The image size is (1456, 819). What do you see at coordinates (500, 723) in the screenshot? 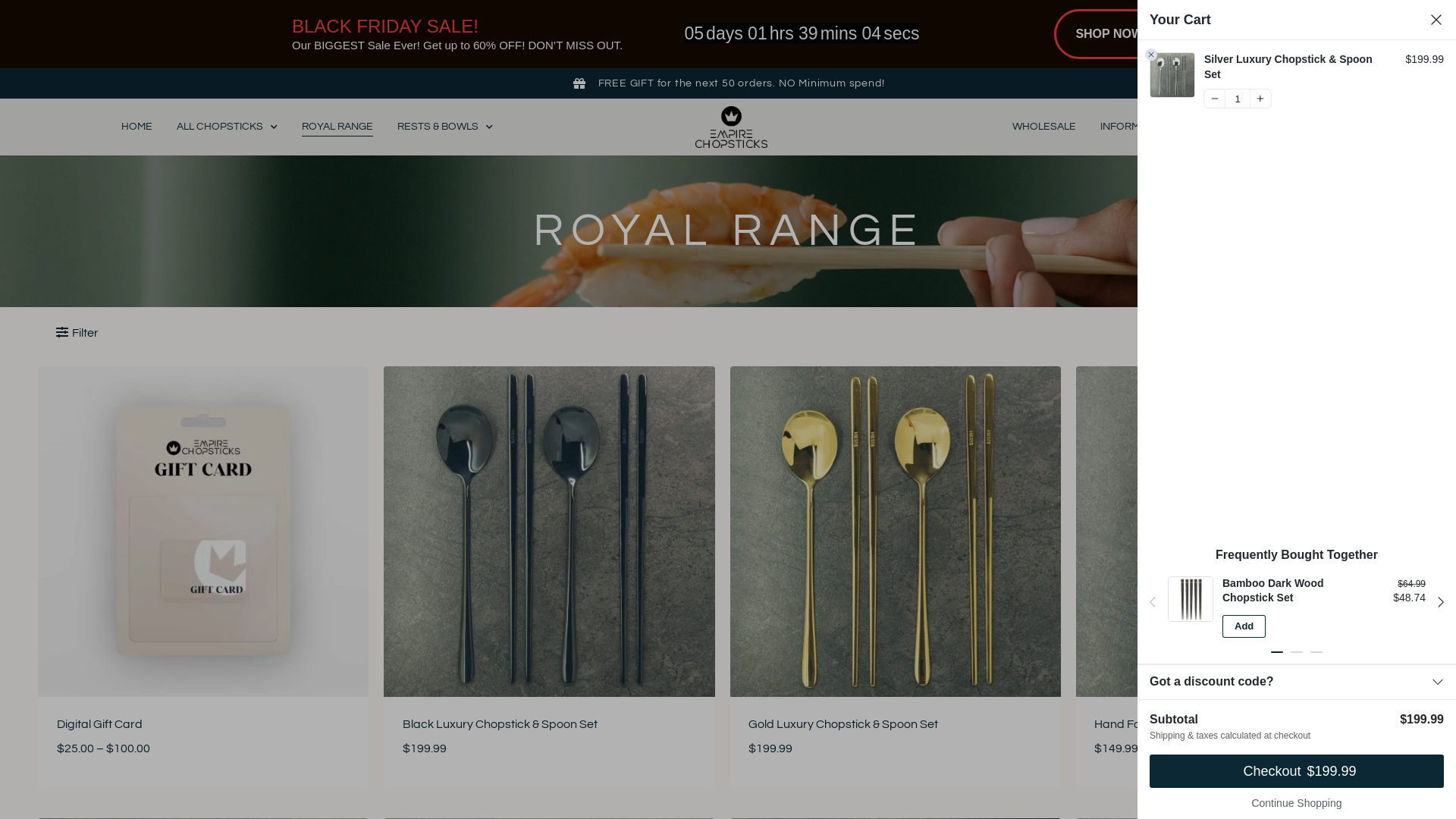
I see `'Black Luxury Chopstick & Spoon Set'` at bounding box center [500, 723].